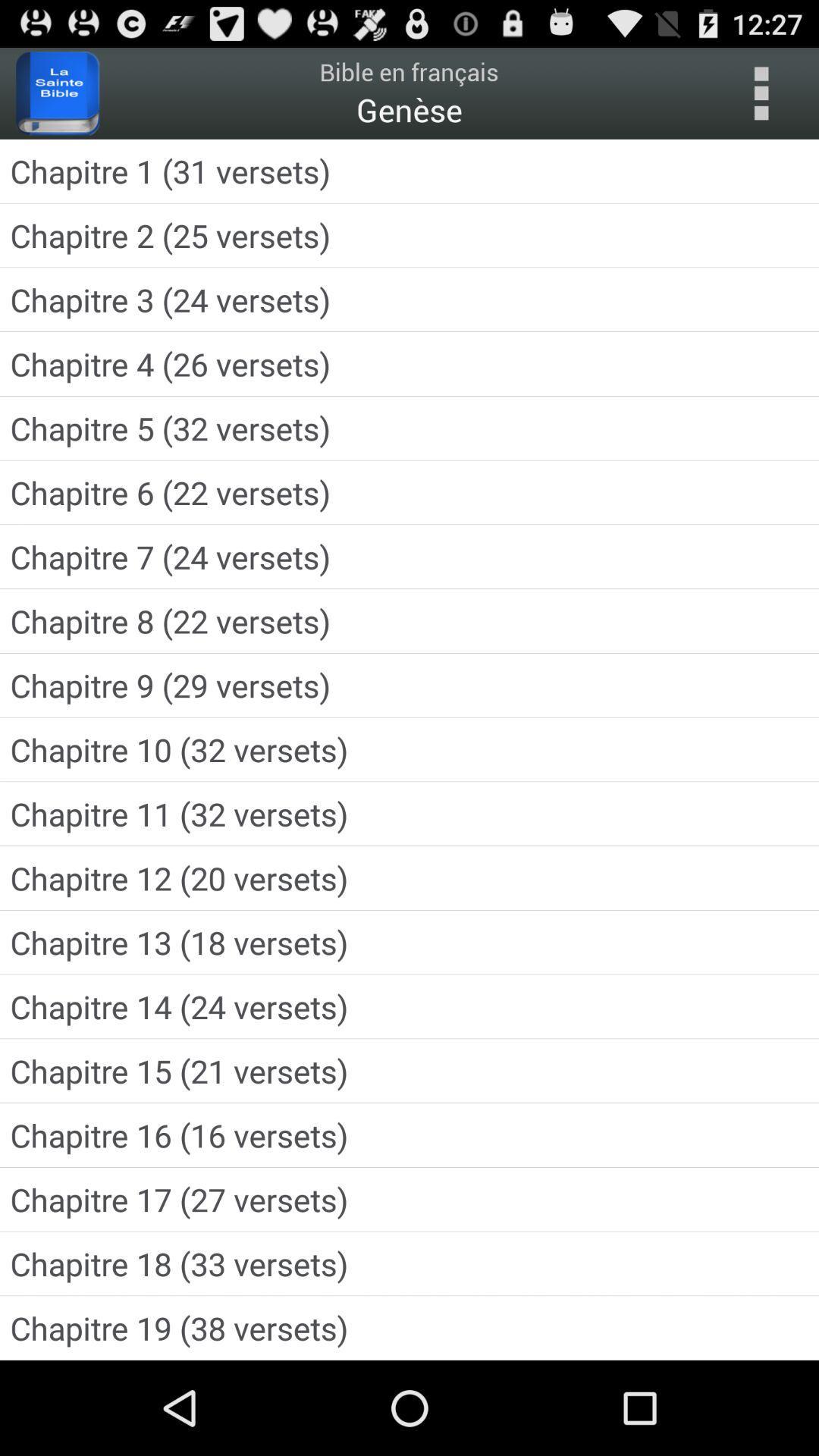 Image resolution: width=819 pixels, height=1456 pixels. Describe the element at coordinates (409, 364) in the screenshot. I see `chapitre 4 26 icon` at that location.